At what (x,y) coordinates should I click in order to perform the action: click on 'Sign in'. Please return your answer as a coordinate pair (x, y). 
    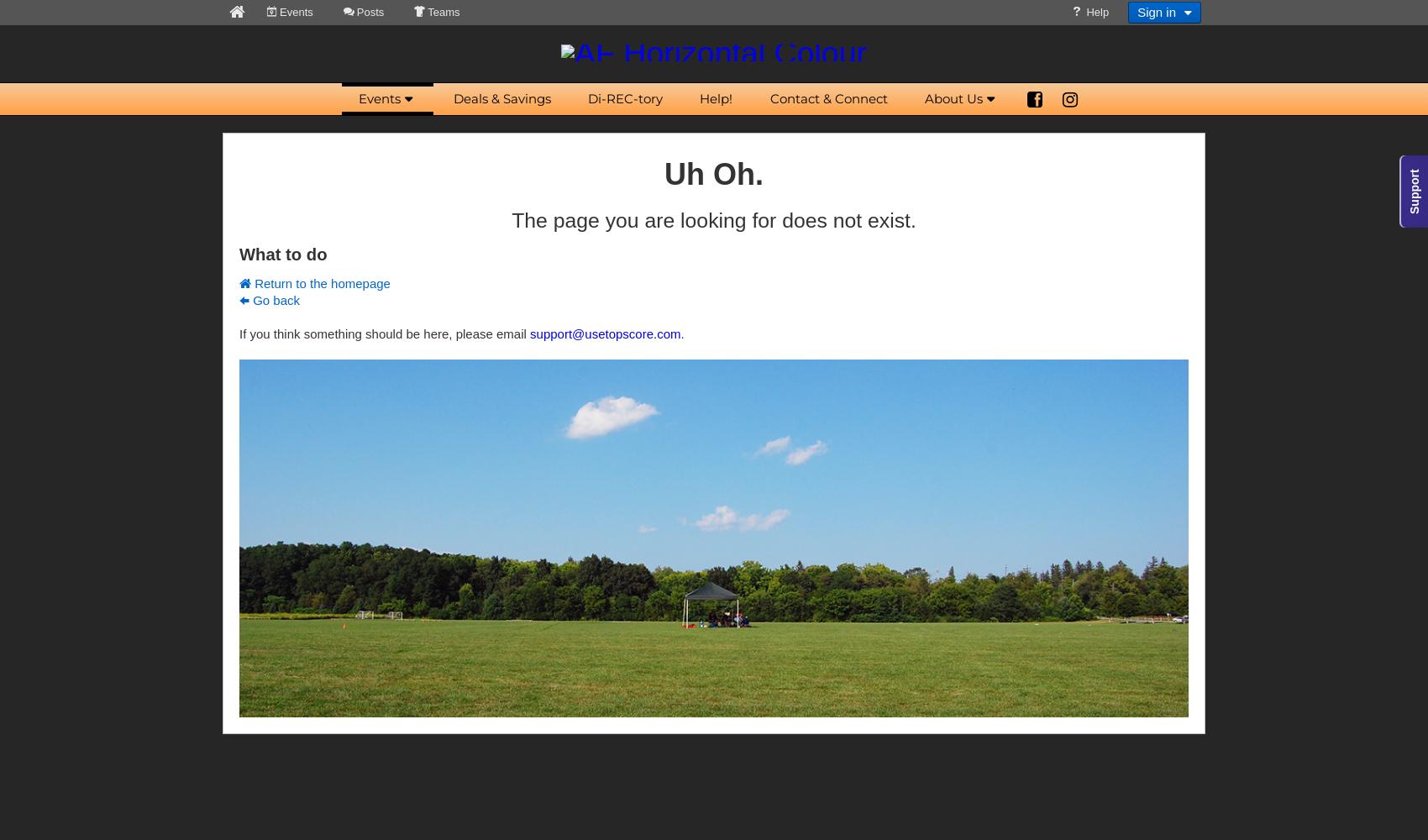
    Looking at the image, I should click on (1137, 12).